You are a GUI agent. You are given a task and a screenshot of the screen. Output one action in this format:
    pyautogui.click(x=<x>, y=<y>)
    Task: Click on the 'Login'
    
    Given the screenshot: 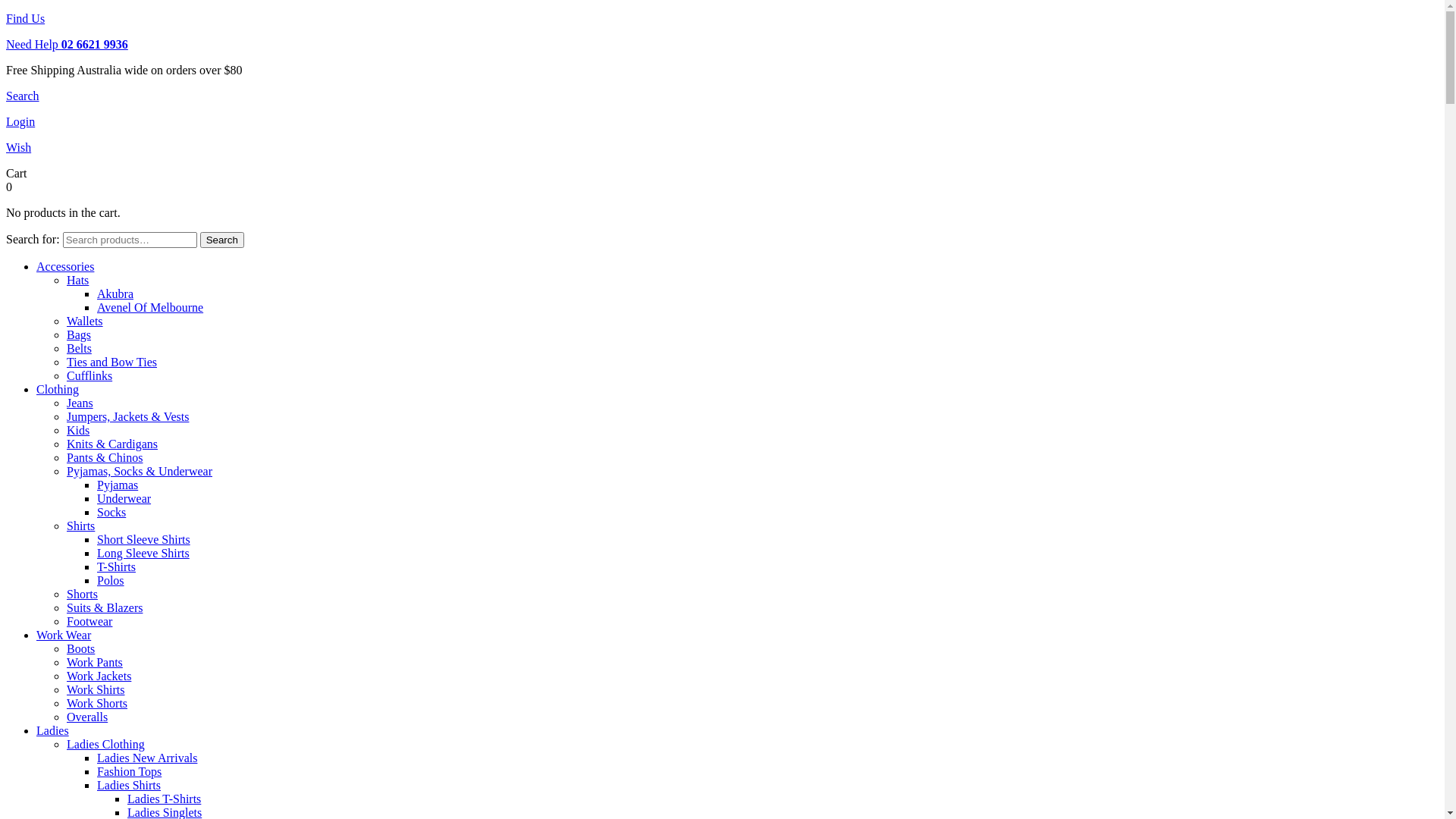 What is the action you would take?
    pyautogui.click(x=20, y=121)
    